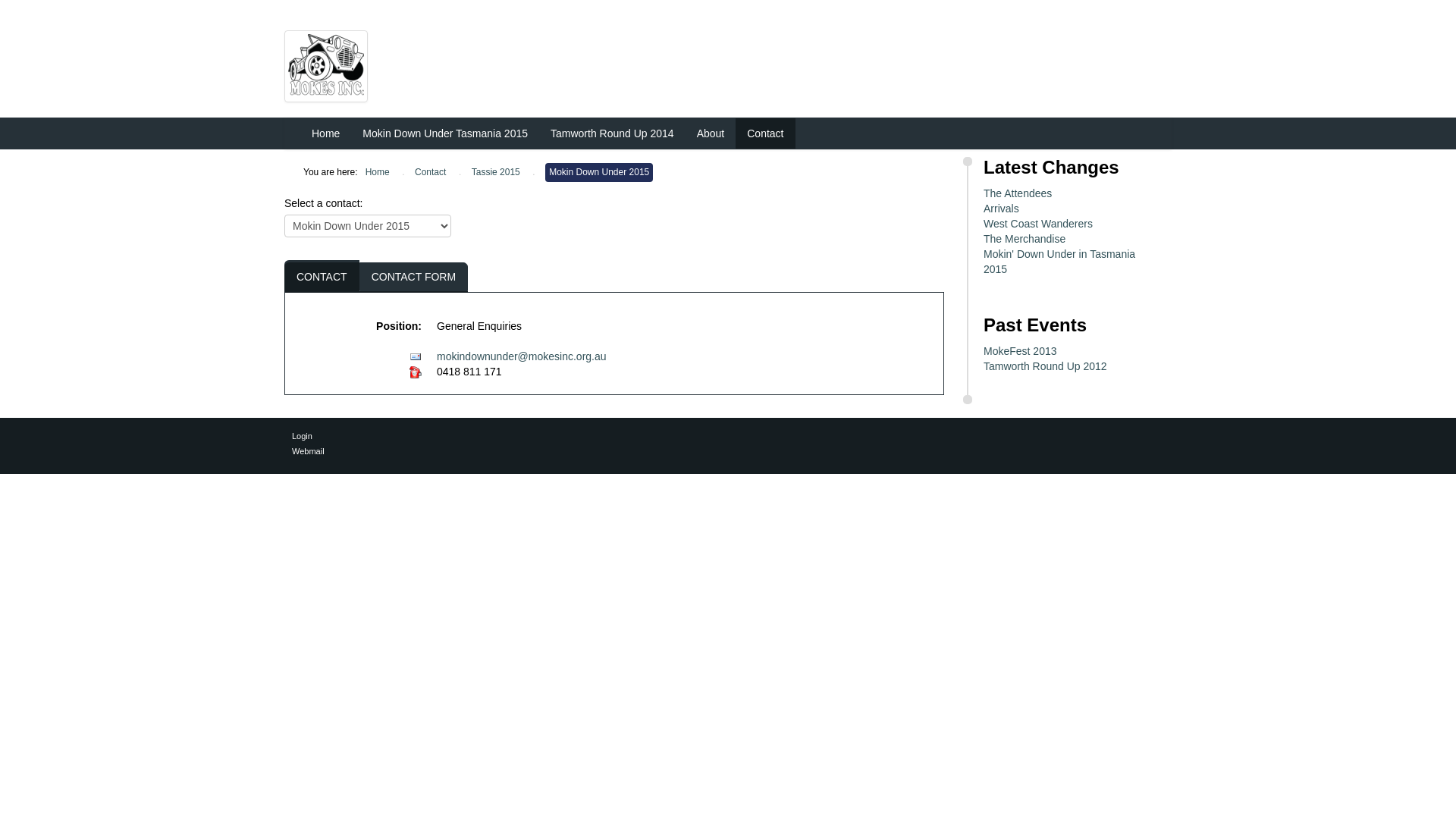  I want to click on 'Arrivals', so click(983, 208).